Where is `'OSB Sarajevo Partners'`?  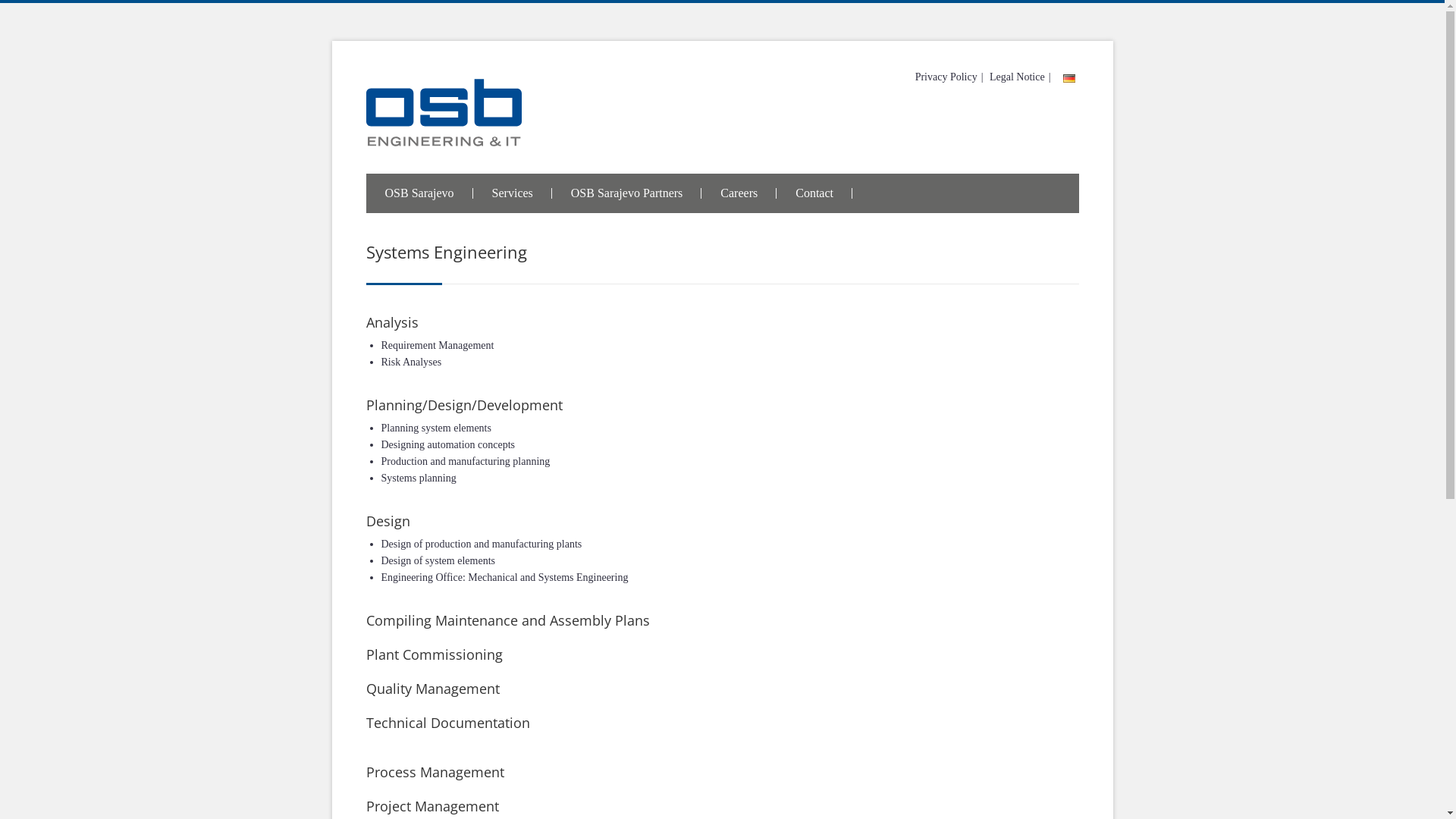
'OSB Sarajevo Partners' is located at coordinates (626, 192).